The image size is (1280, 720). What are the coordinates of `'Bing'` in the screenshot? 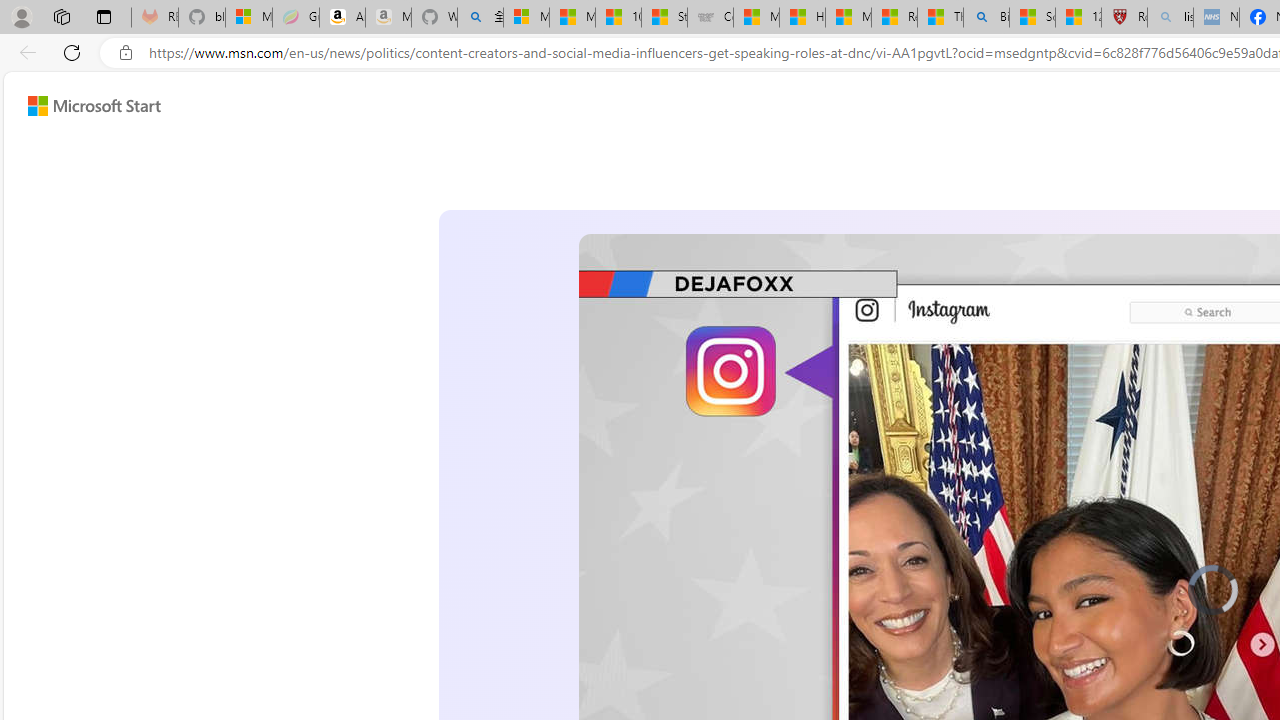 It's located at (986, 17).